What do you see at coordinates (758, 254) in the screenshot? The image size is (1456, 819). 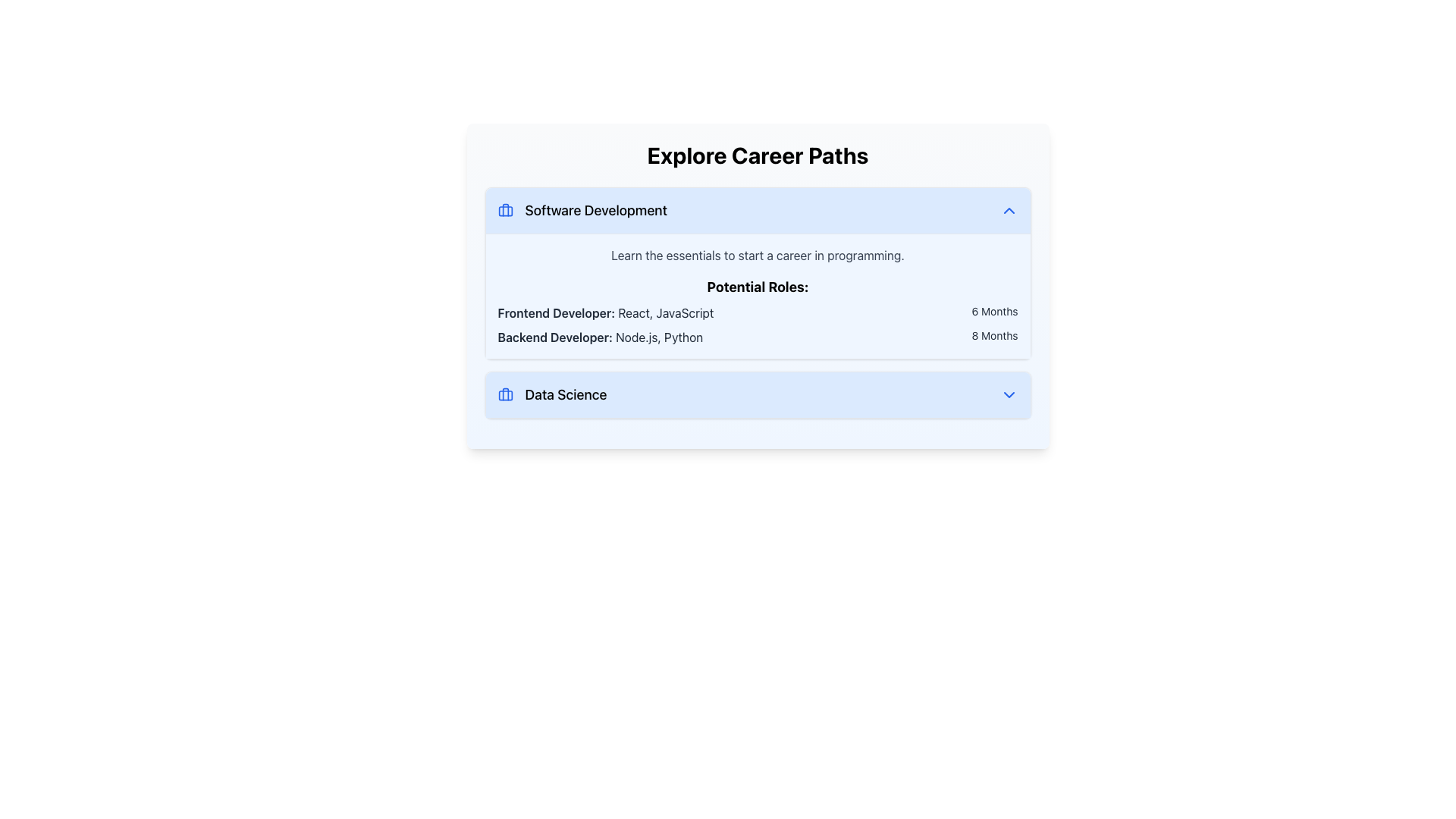 I see `the prominent static text label providing a summary related to programming careers, located in the light blue section labeled 'Software Development.'` at bounding box center [758, 254].